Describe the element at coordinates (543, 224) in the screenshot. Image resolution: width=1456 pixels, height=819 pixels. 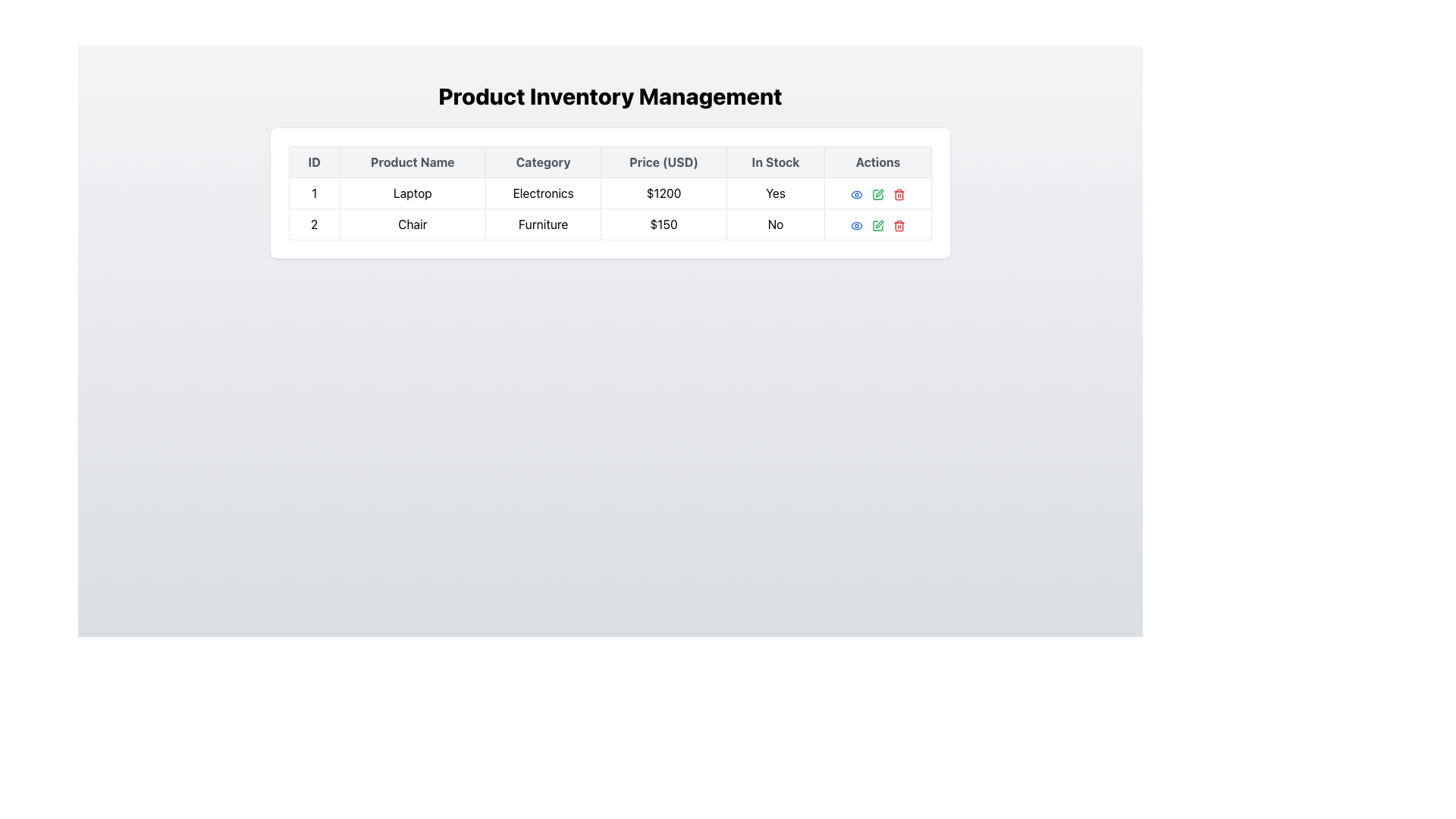
I see `the text label 'Furniture' which is styled with padding and bordered edges, located in the third column of the second row in a tabular layout, adjacent to 'Chair' and '$150'` at that location.